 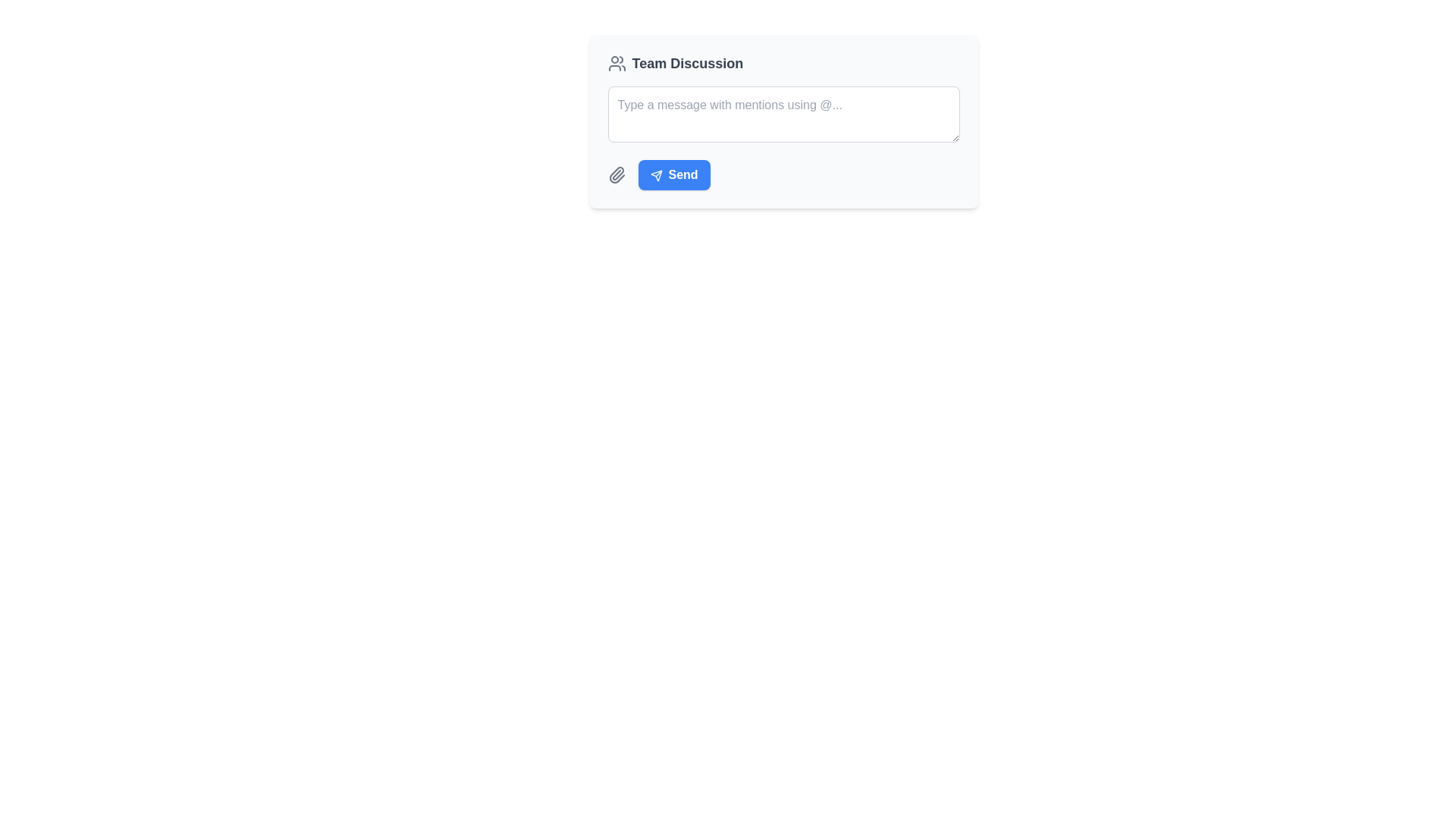 I want to click on the submit button located in the lower-right section of the 'Team Discussion' panel, so click(x=673, y=174).